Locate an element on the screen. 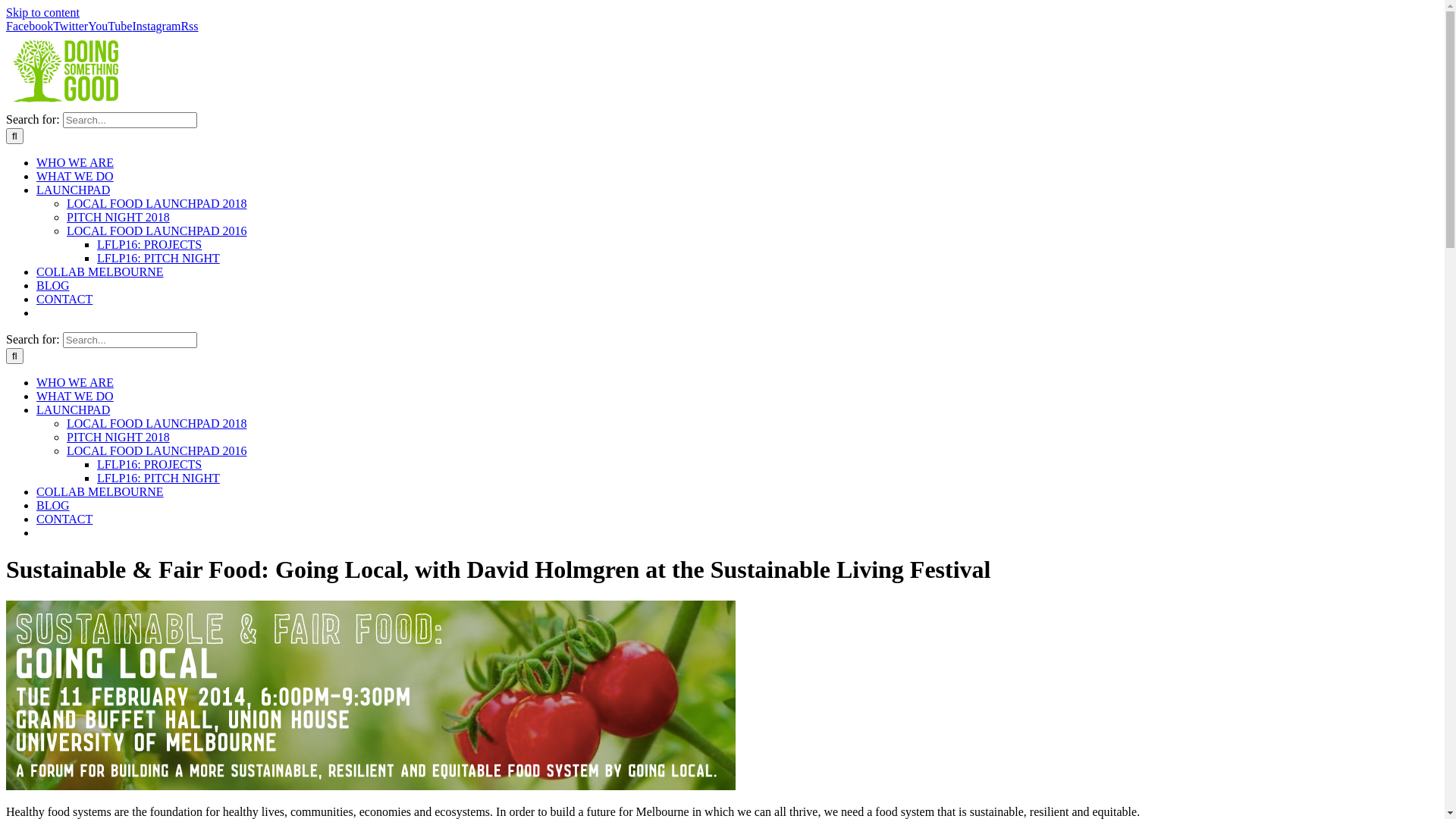  'COLLAB MELBOURNE' is located at coordinates (99, 491).